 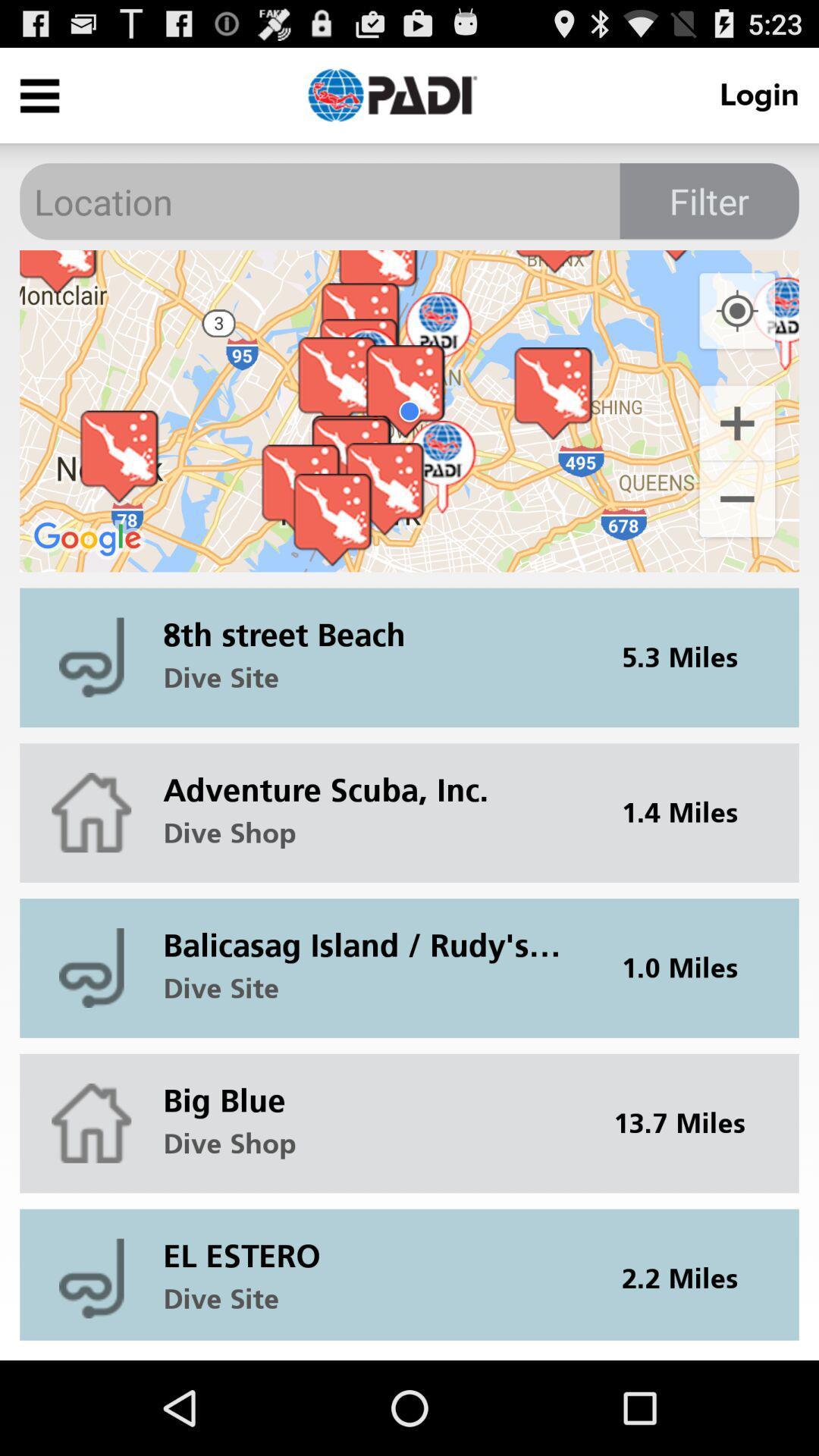 I want to click on the add icon, so click(x=736, y=450).